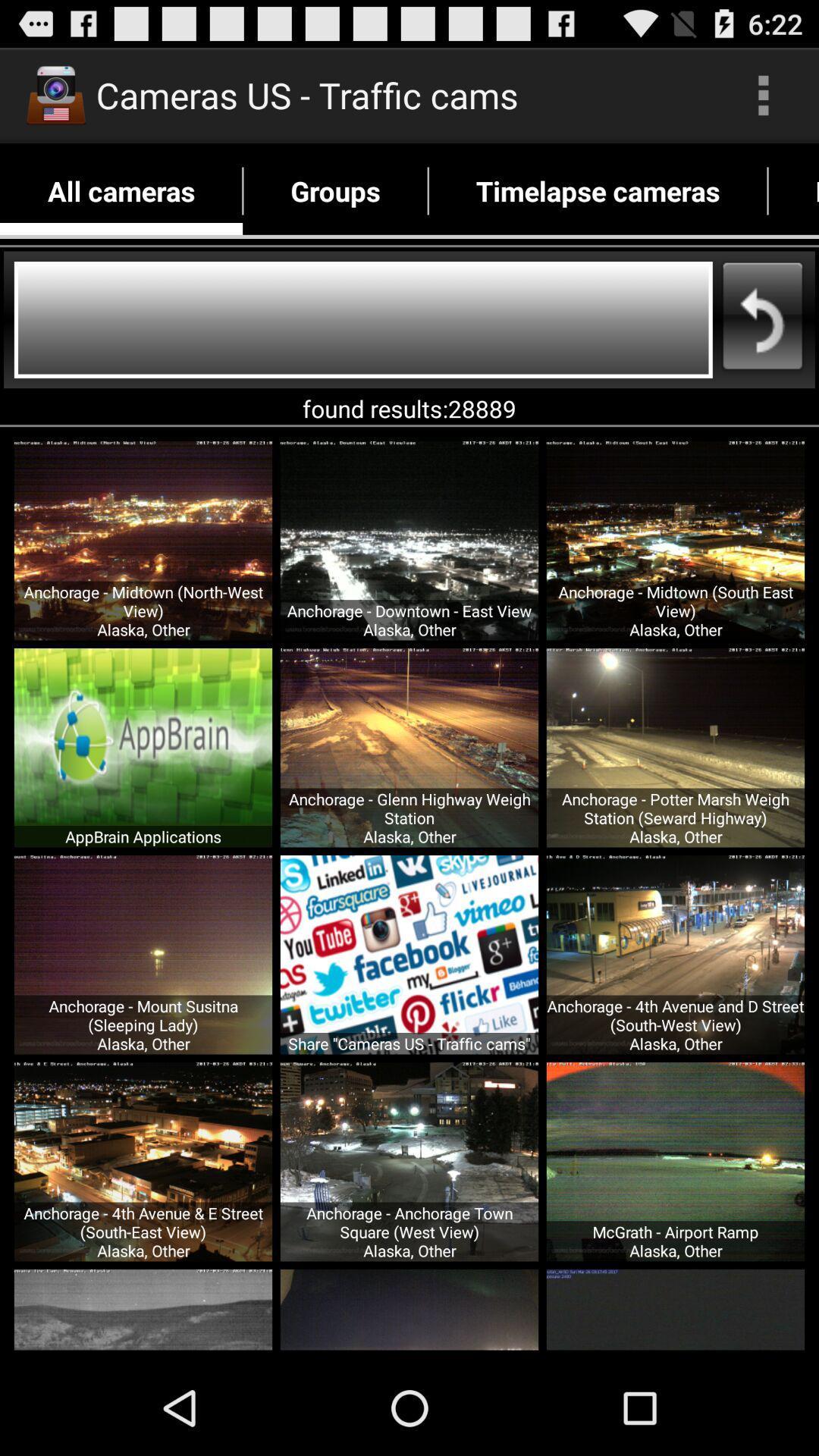 The image size is (819, 1456). What do you see at coordinates (763, 94) in the screenshot?
I see `item above the timelapse cameras app` at bounding box center [763, 94].